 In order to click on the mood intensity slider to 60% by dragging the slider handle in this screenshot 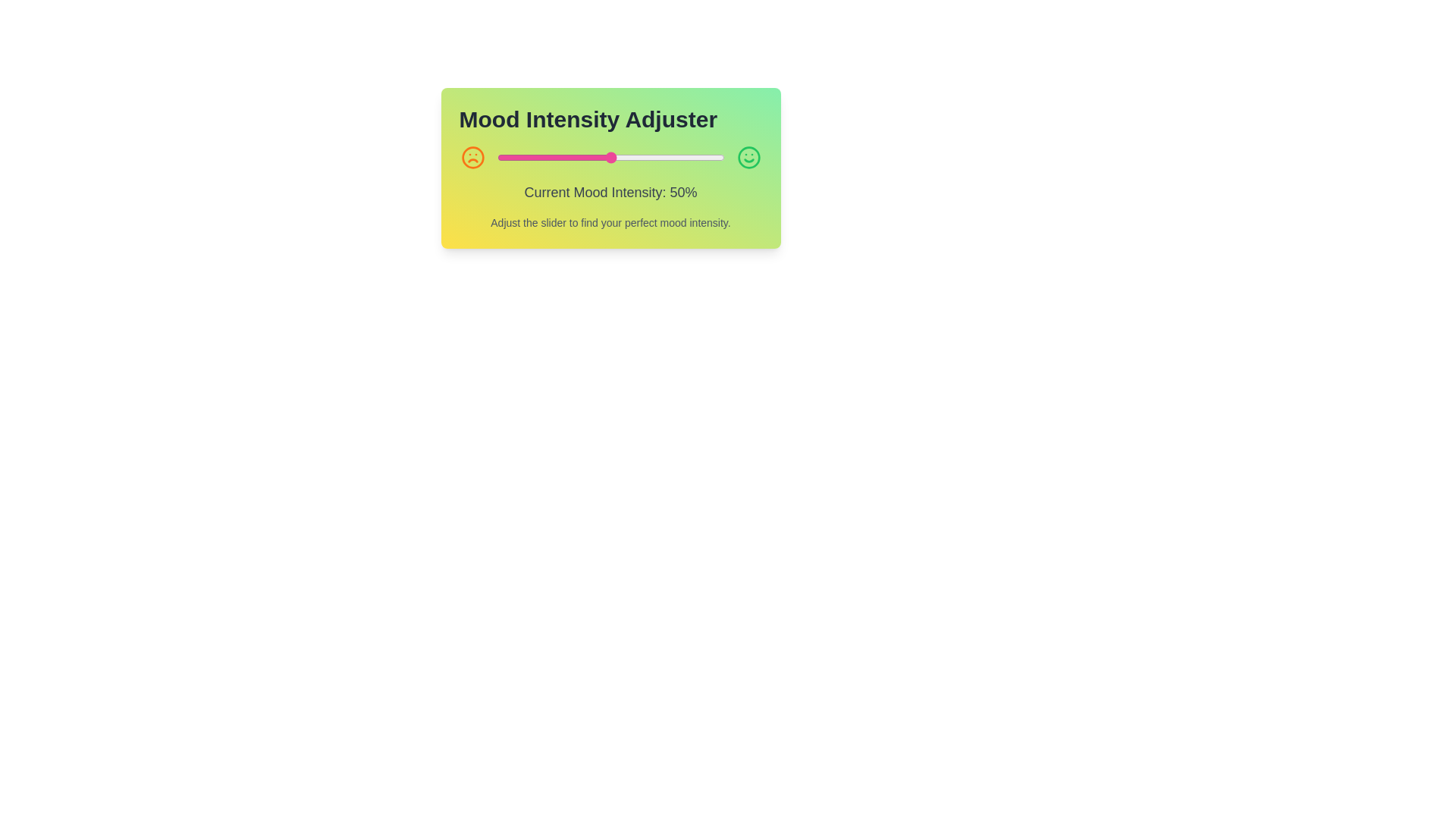, I will do `click(633, 158)`.